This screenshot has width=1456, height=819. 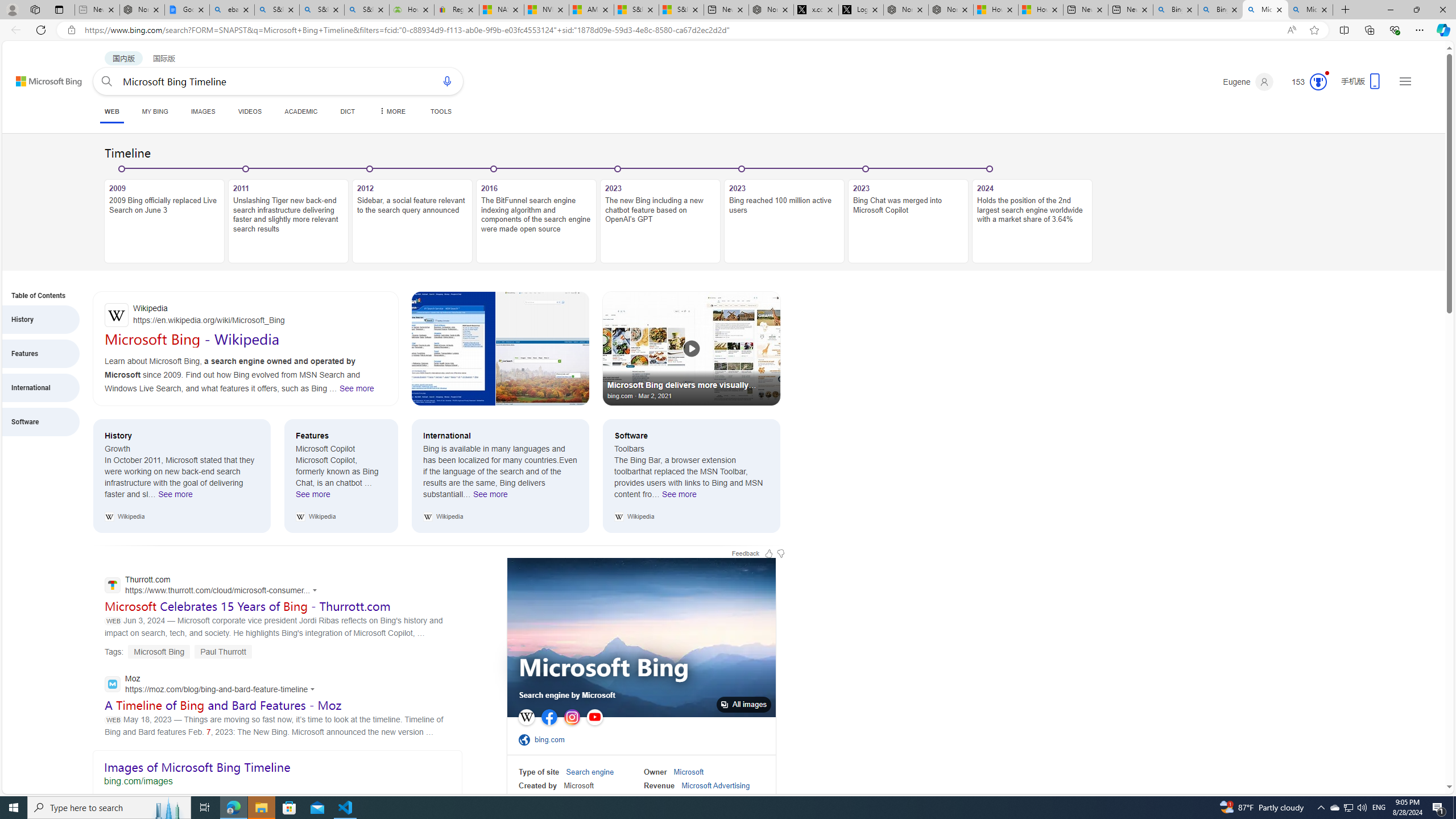 I want to click on 'S&P 500 - Search', so click(x=321, y=9).